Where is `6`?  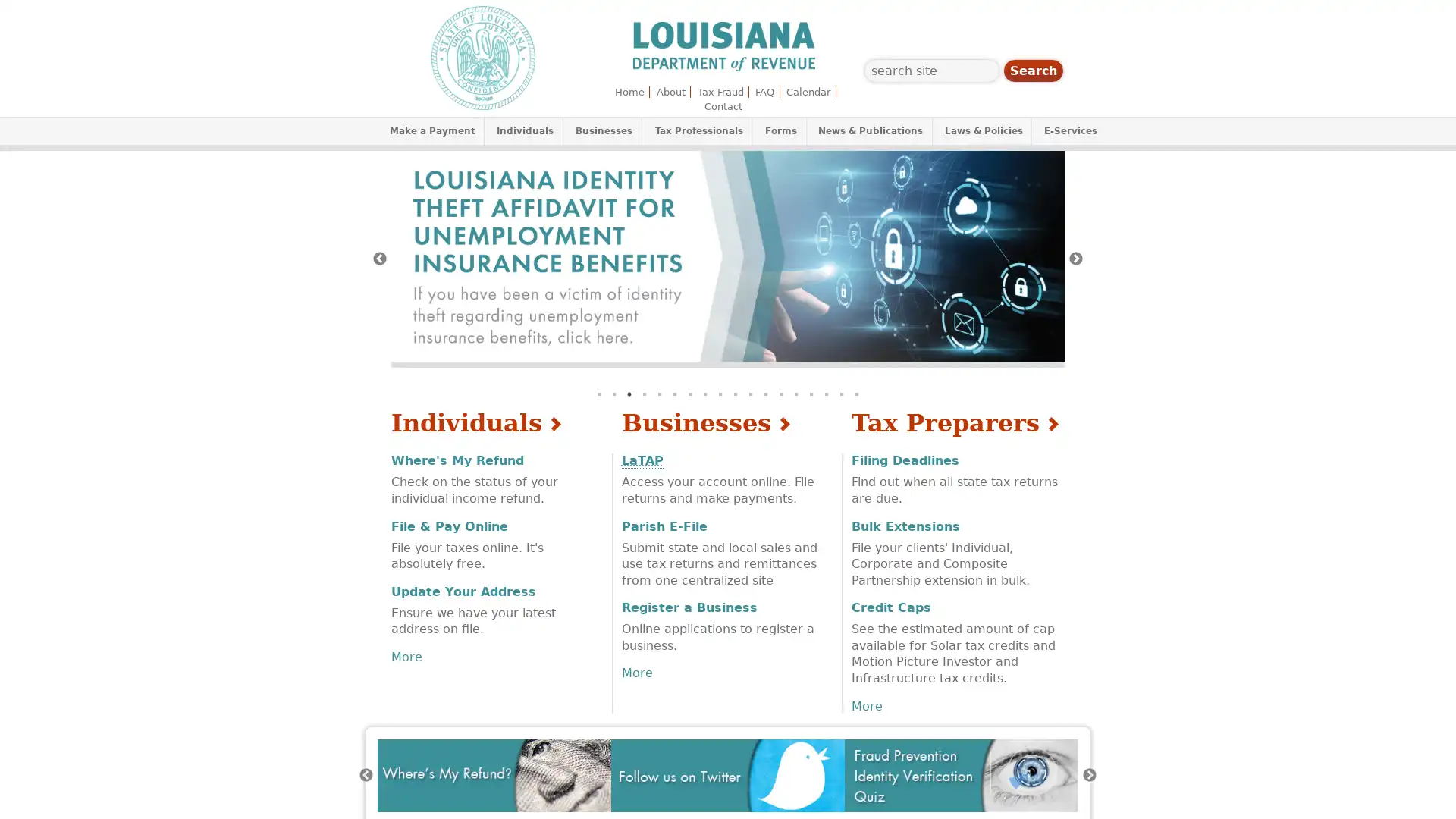
6 is located at coordinates (673, 394).